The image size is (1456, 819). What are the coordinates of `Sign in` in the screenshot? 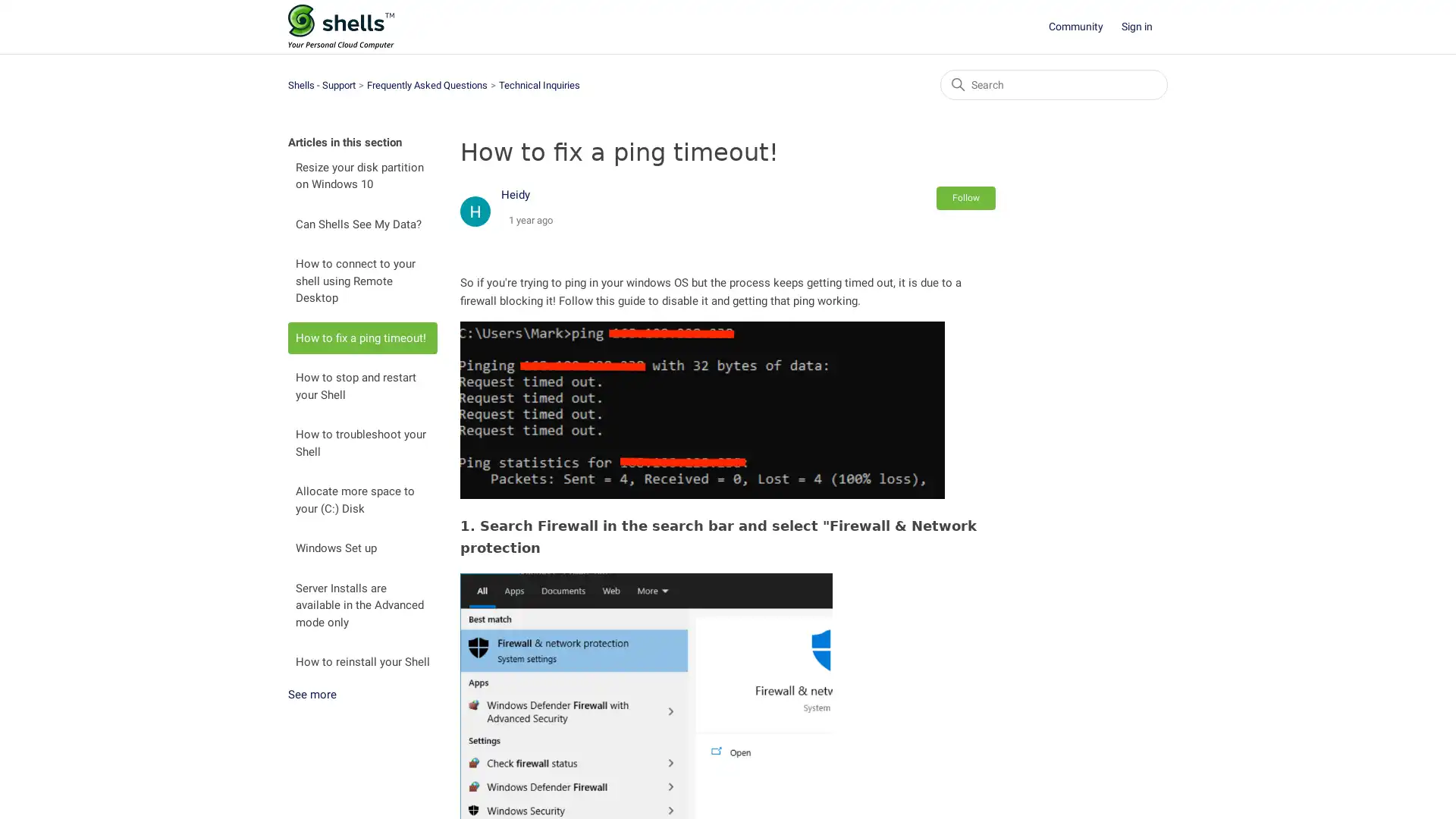 It's located at (1144, 27).